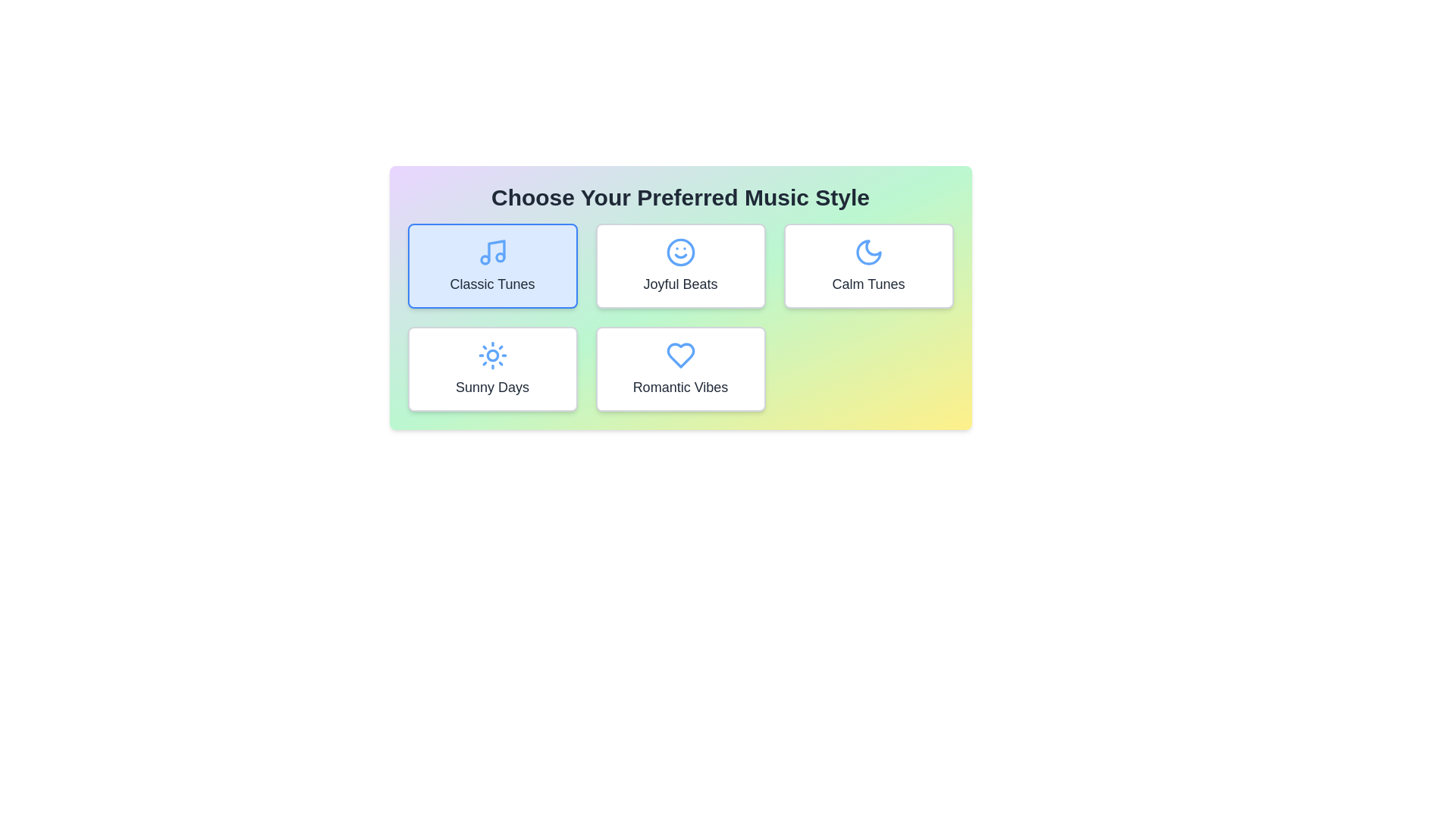  I want to click on the text label reading 'Sunny Days', which is styled in medium-size gray font and located beneath the sun icon in the 'Sunny Days' card, so click(492, 386).